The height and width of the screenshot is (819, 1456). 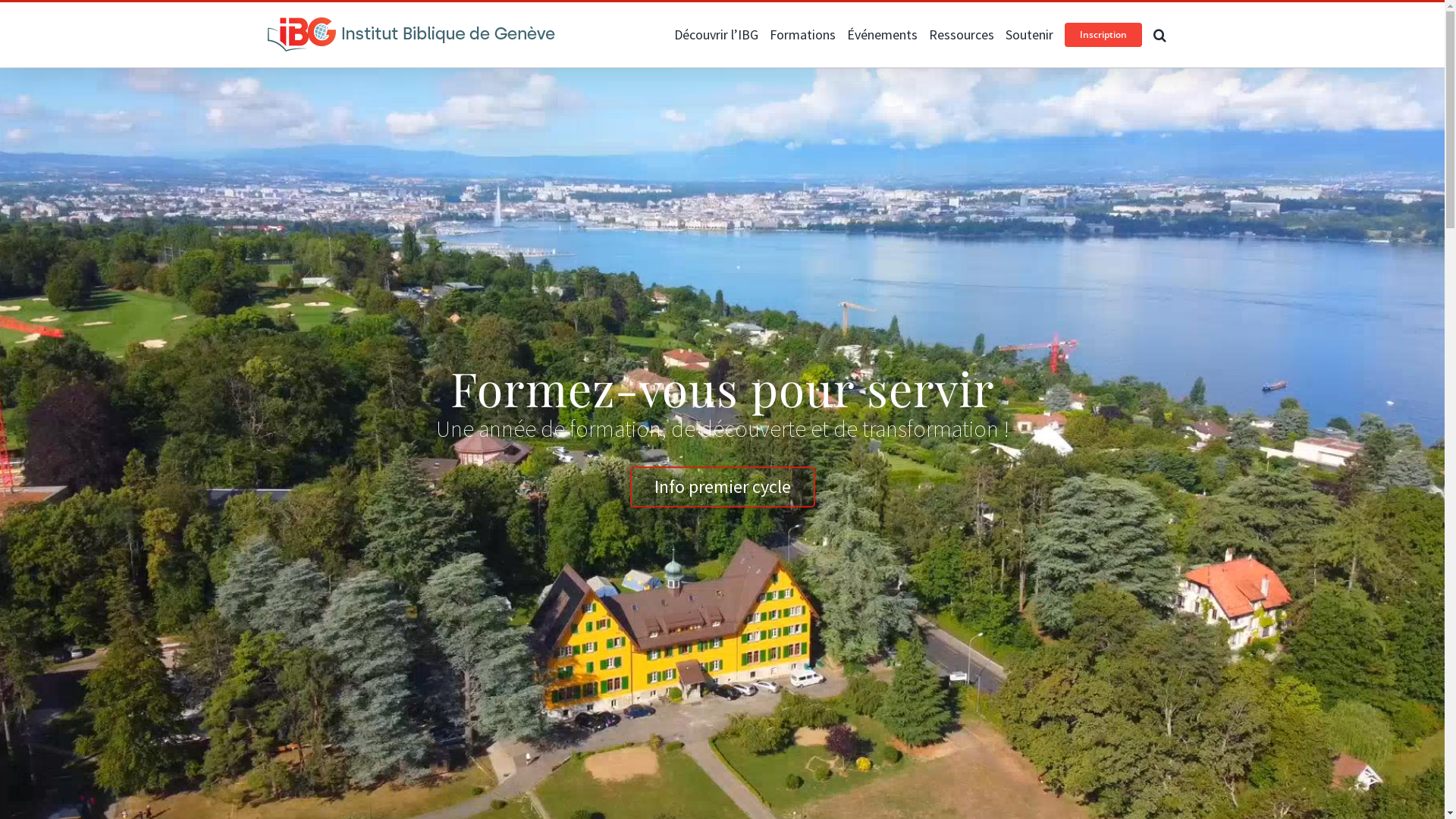 I want to click on 'Facebook', so click(x=266, y=17).